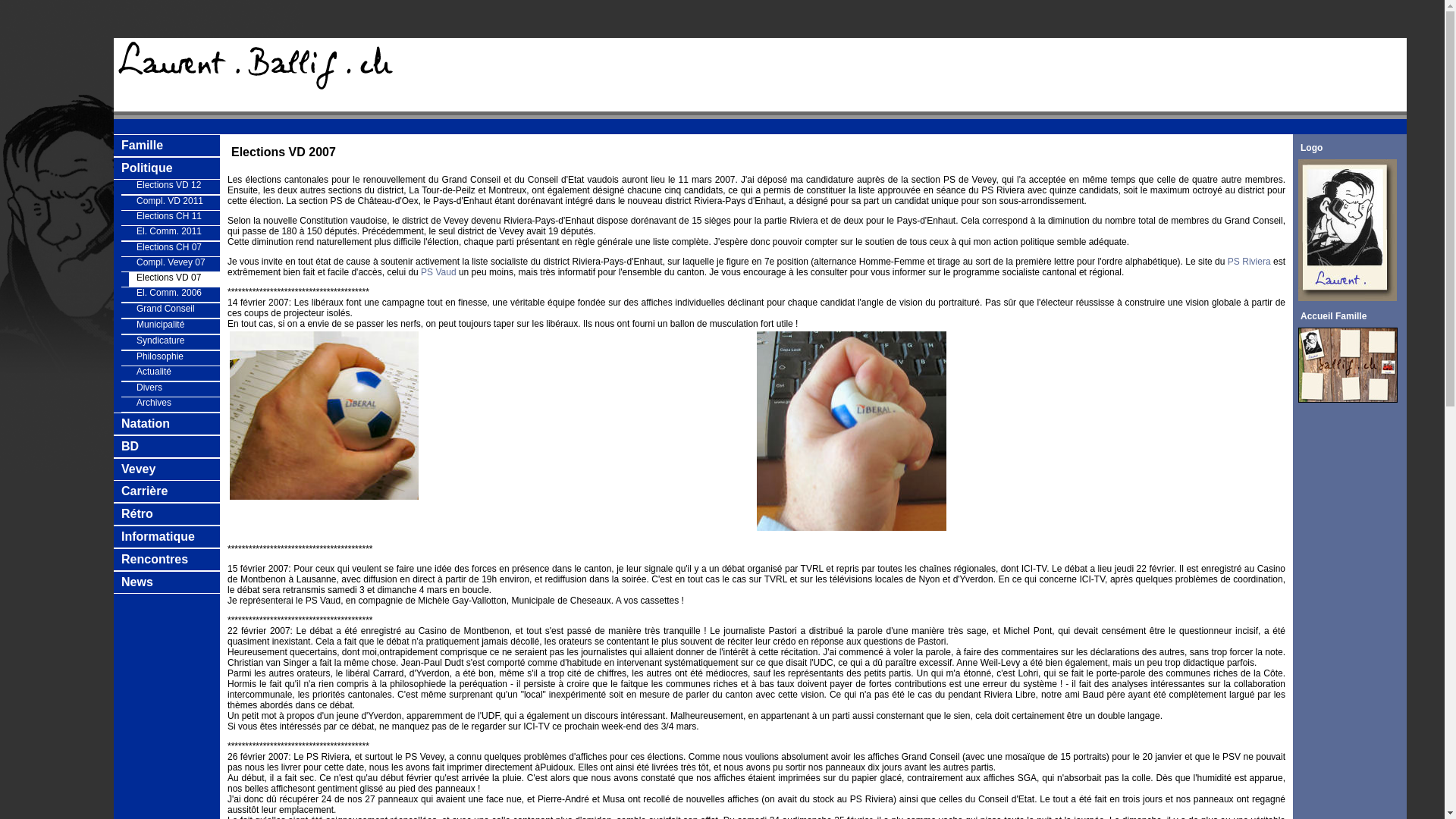 The image size is (1456, 819). I want to click on 'Elections CH 11', so click(174, 218).